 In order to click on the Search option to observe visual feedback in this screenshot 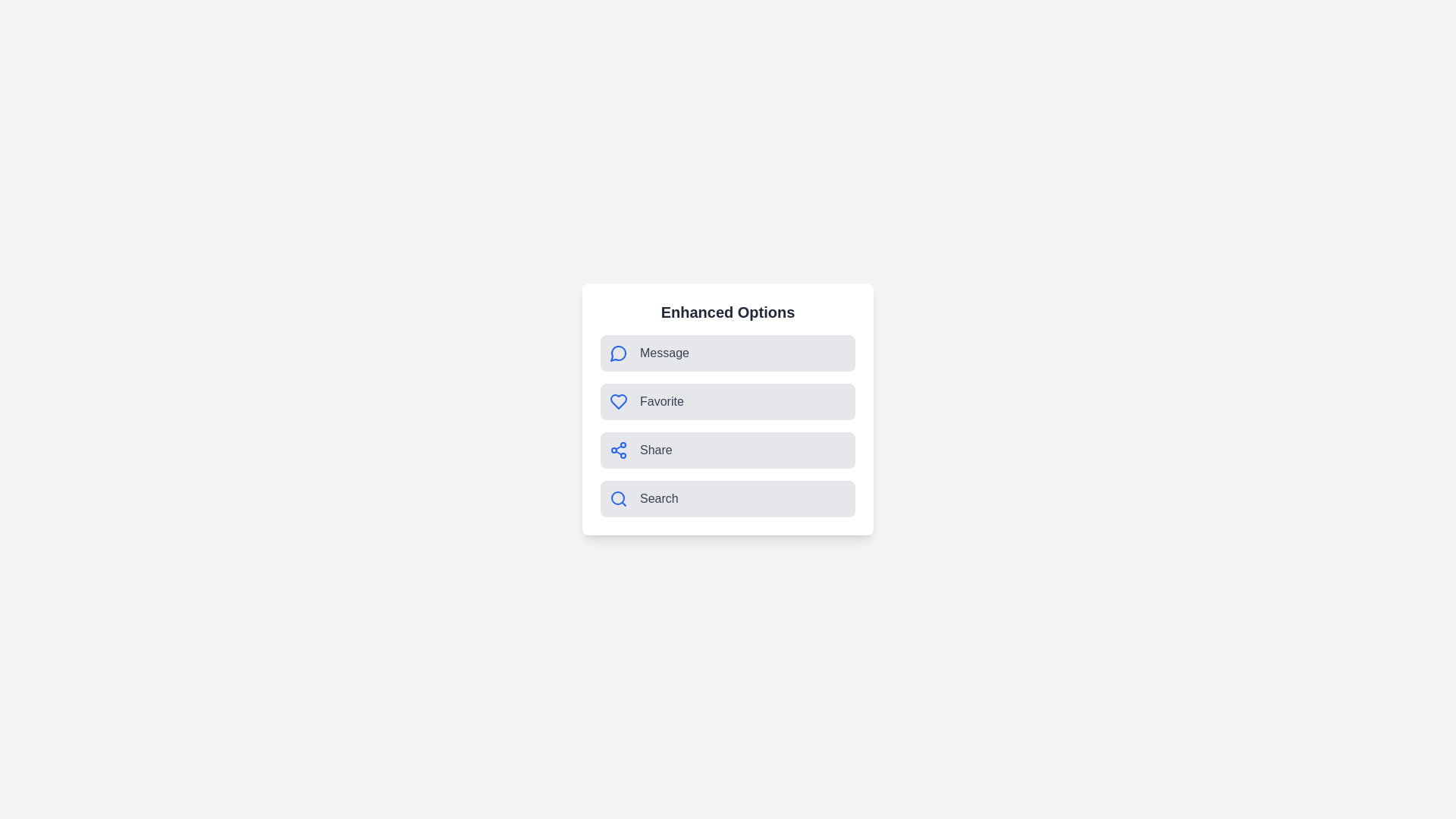, I will do `click(728, 499)`.